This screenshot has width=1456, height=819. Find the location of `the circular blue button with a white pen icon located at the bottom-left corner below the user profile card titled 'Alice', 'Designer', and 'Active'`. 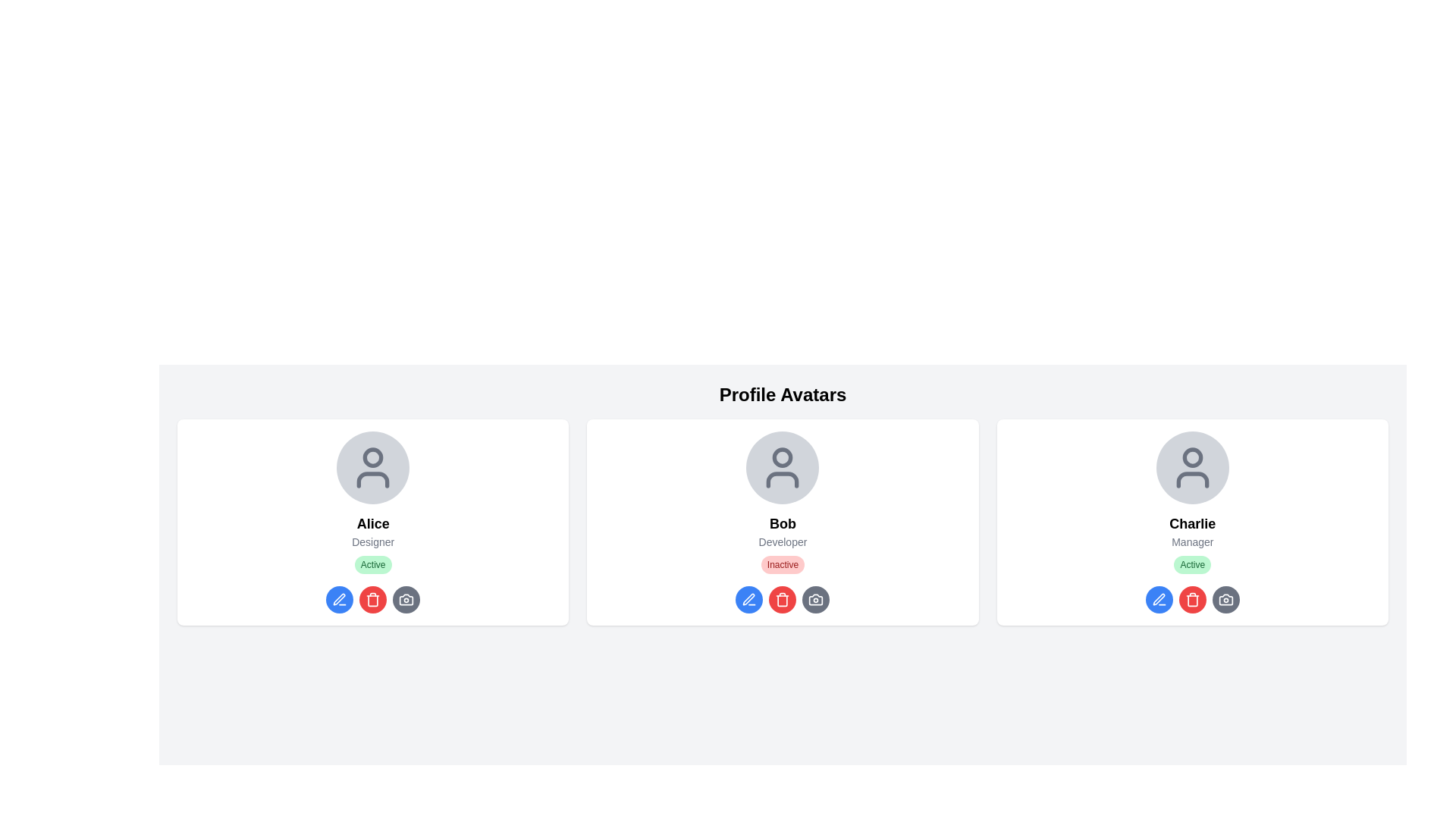

the circular blue button with a white pen icon located at the bottom-left corner below the user profile card titled 'Alice', 'Designer', and 'Active' is located at coordinates (339, 598).